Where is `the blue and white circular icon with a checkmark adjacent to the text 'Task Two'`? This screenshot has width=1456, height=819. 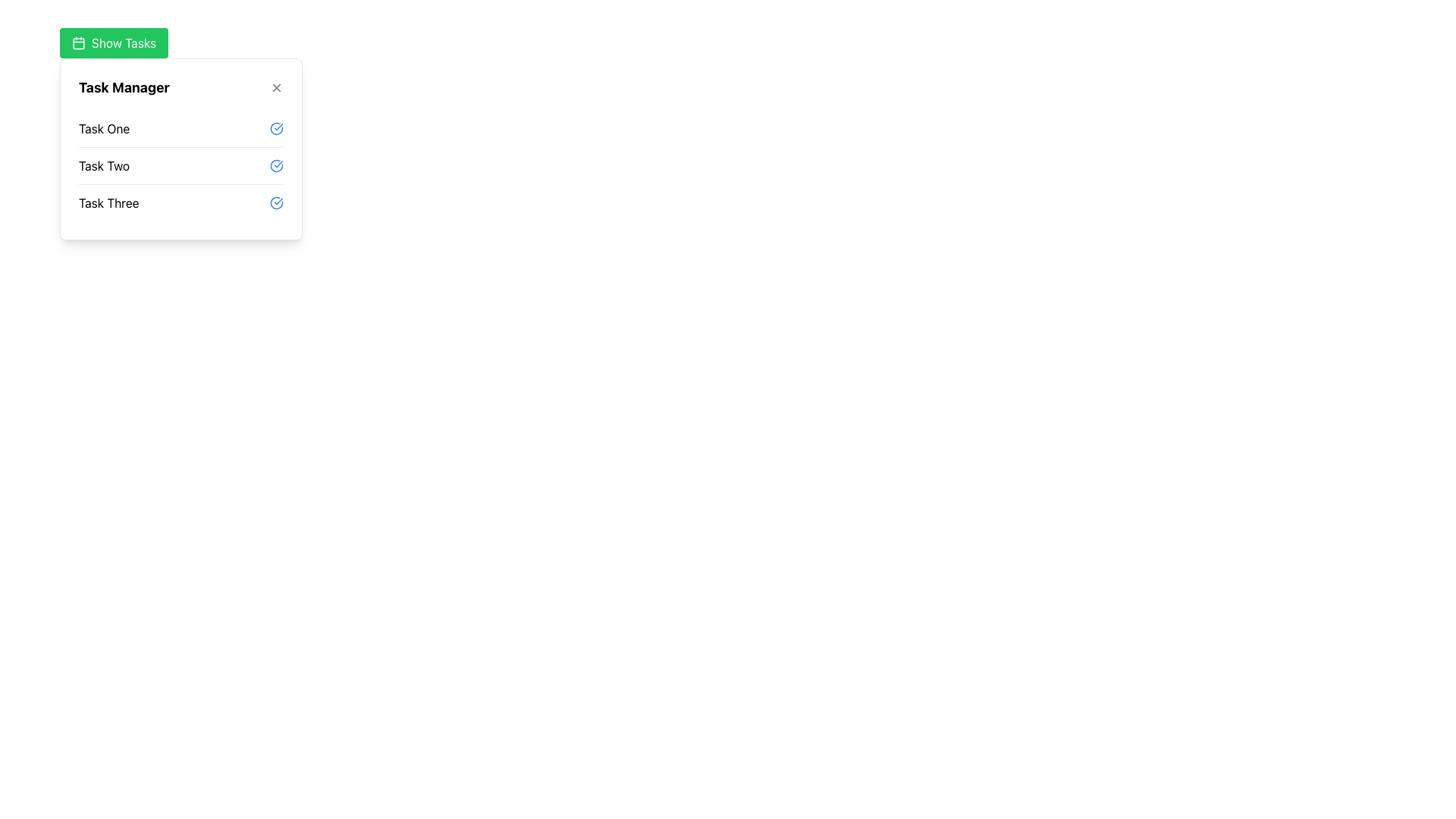
the blue and white circular icon with a checkmark adjacent to the text 'Task Two' is located at coordinates (276, 166).